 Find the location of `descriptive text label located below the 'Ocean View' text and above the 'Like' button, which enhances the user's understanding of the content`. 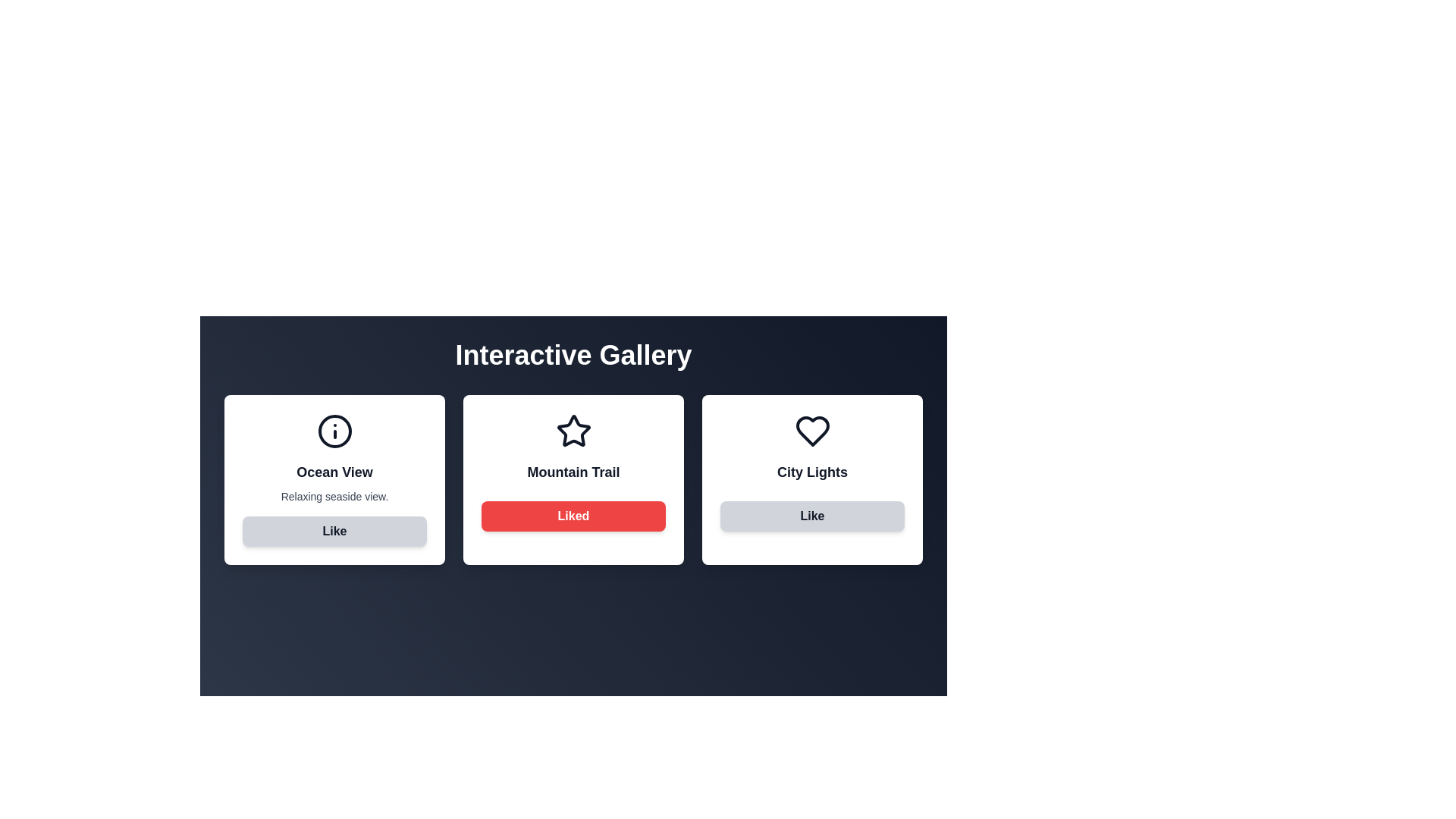

descriptive text label located below the 'Ocean View' text and above the 'Like' button, which enhances the user's understanding of the content is located at coordinates (334, 497).